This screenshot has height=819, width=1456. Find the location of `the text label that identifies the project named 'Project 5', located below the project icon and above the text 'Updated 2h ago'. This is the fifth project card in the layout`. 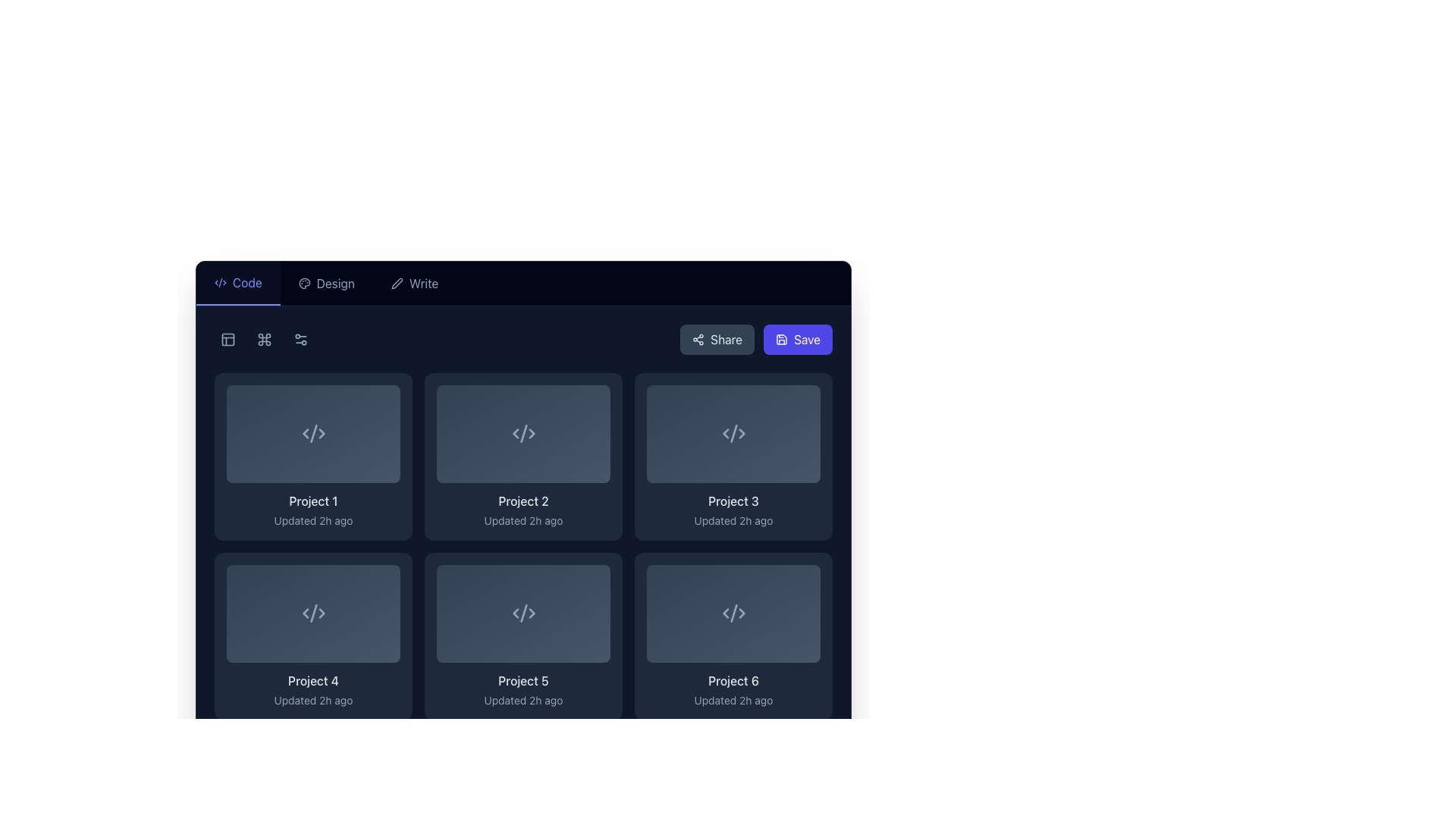

the text label that identifies the project named 'Project 5', located below the project icon and above the text 'Updated 2h ago'. This is the fifth project card in the layout is located at coordinates (523, 679).